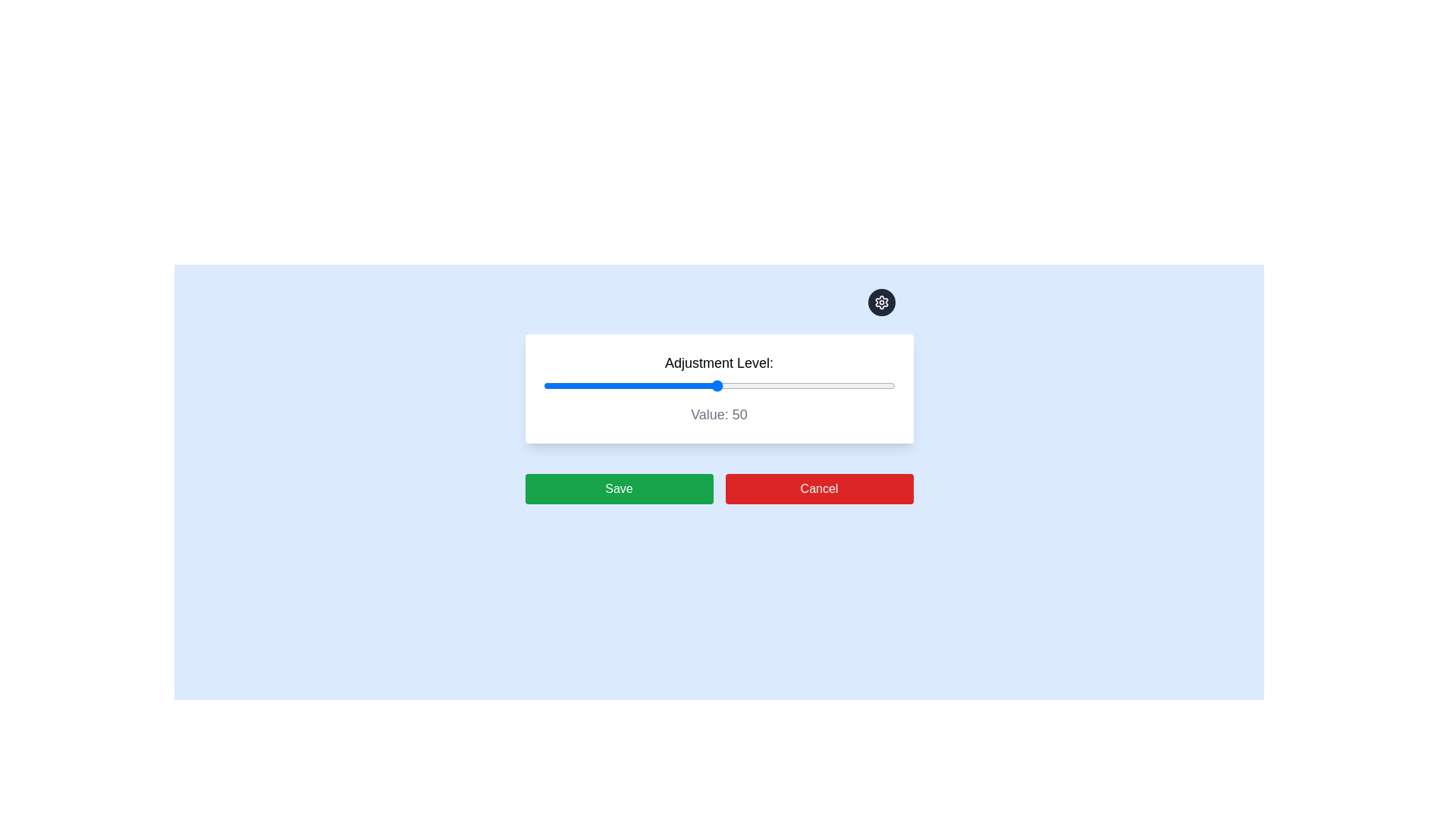 The width and height of the screenshot is (1456, 819). What do you see at coordinates (852, 385) in the screenshot?
I see `the adjustment level` at bounding box center [852, 385].